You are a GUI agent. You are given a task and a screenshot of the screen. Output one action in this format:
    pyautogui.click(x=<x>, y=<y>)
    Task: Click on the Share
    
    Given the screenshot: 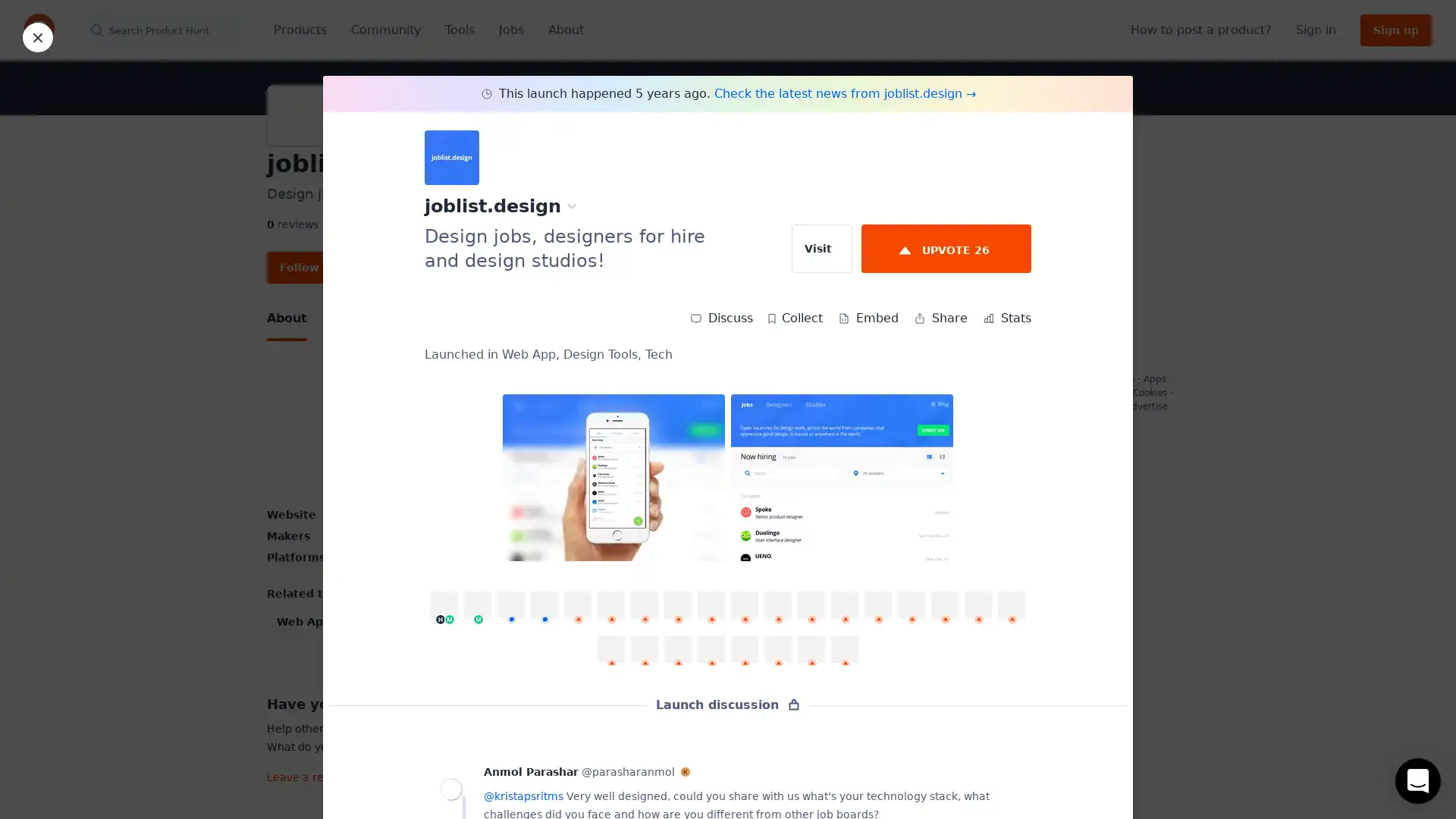 What is the action you would take?
    pyautogui.click(x=940, y=318)
    